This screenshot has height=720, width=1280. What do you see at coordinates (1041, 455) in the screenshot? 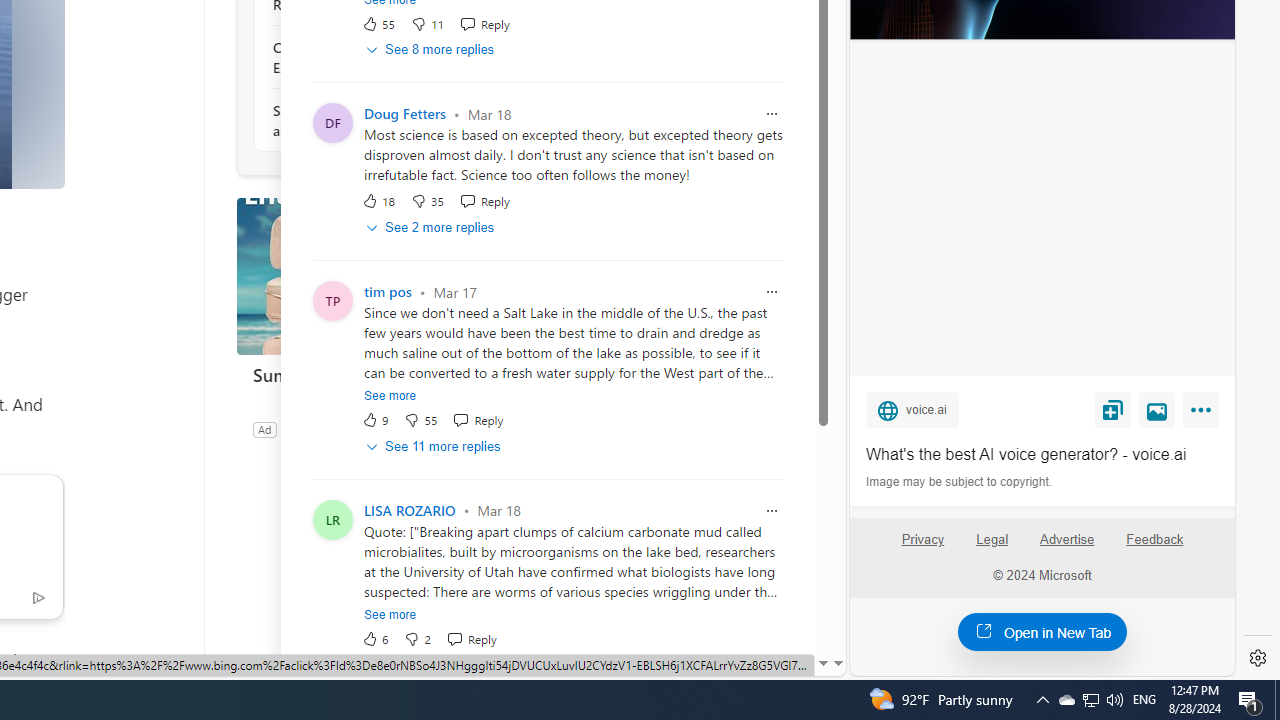
I see `'What'` at bounding box center [1041, 455].